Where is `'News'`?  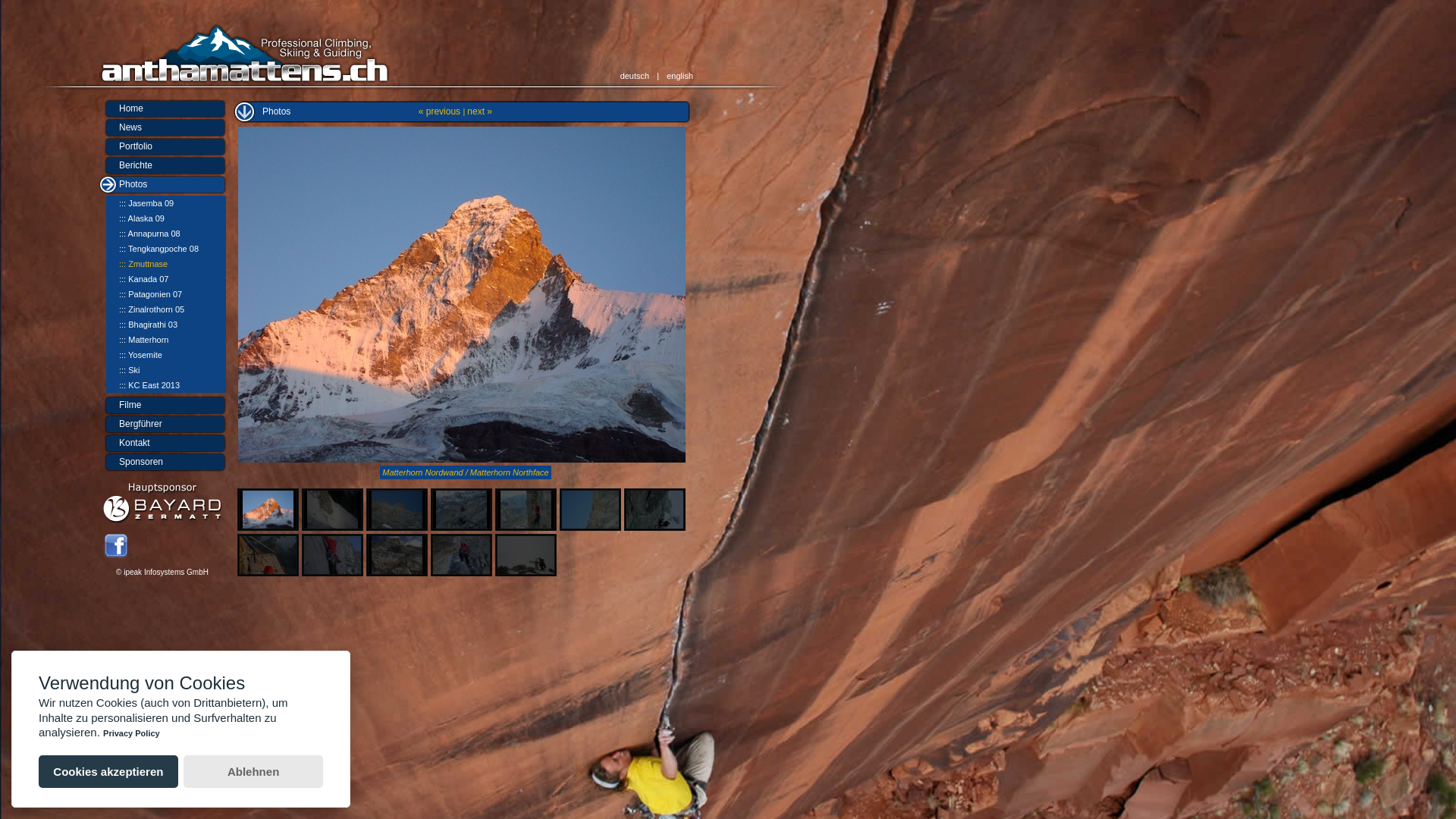
'News' is located at coordinates (162, 127).